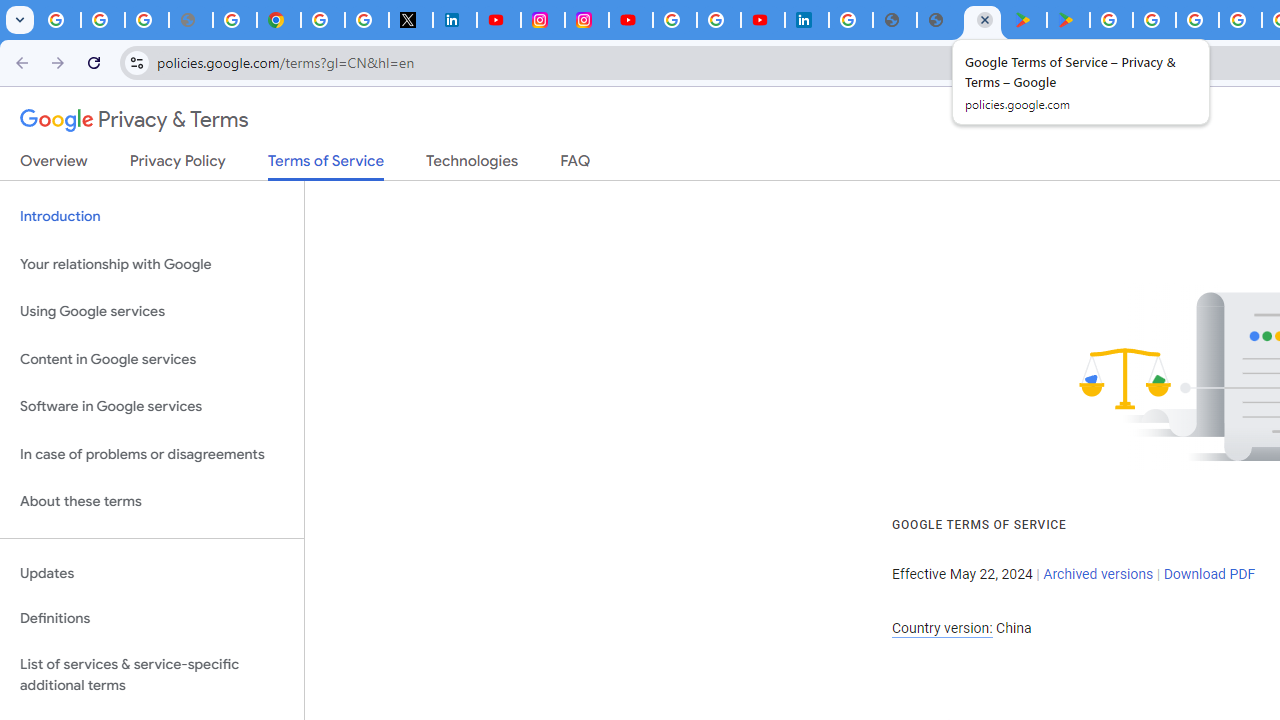 This screenshot has height=720, width=1280. I want to click on 'LinkedIn Privacy Policy', so click(454, 20).